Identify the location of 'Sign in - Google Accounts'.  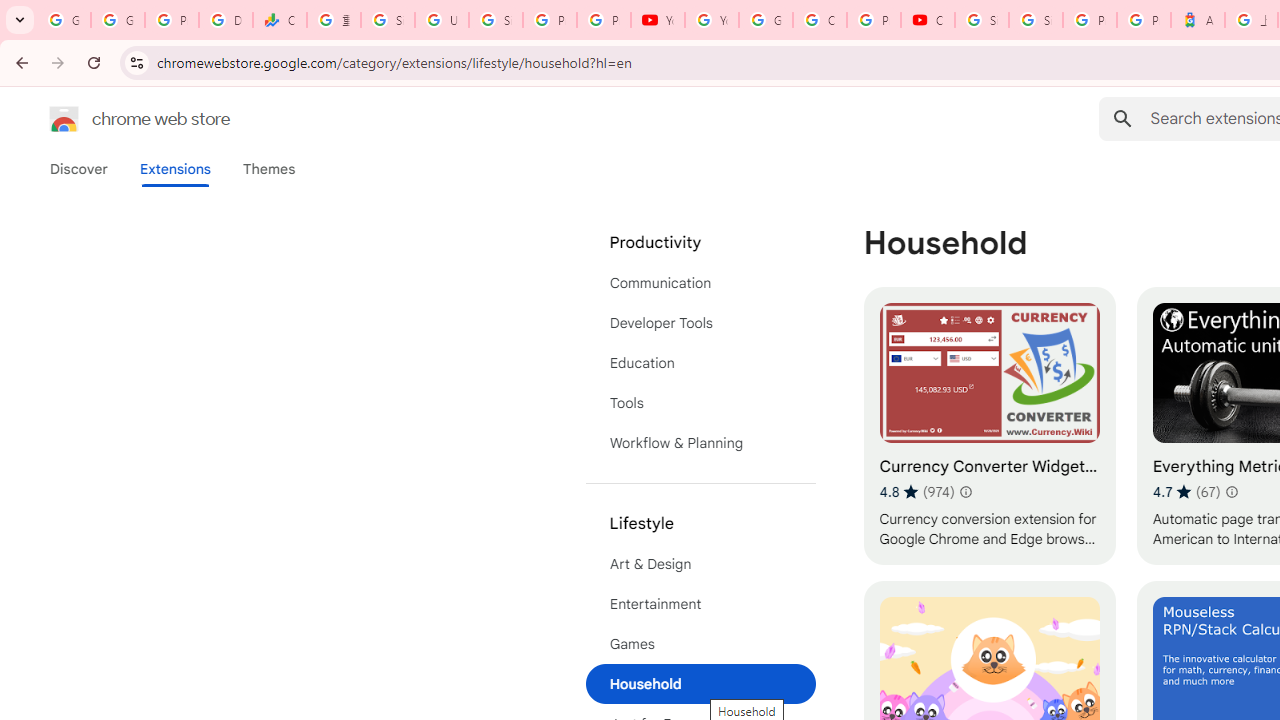
(1036, 20).